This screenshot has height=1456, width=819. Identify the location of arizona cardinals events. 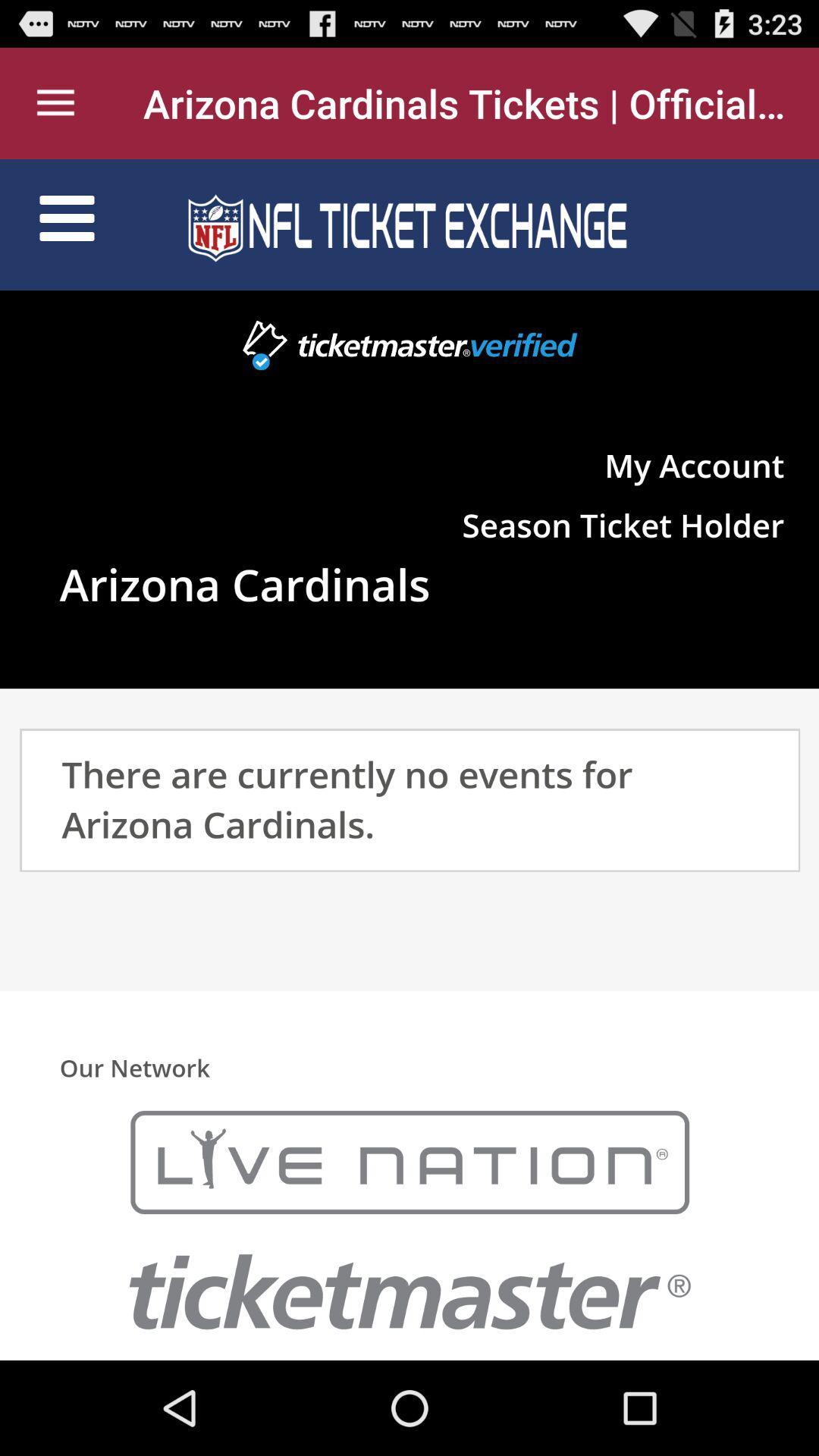
(409, 760).